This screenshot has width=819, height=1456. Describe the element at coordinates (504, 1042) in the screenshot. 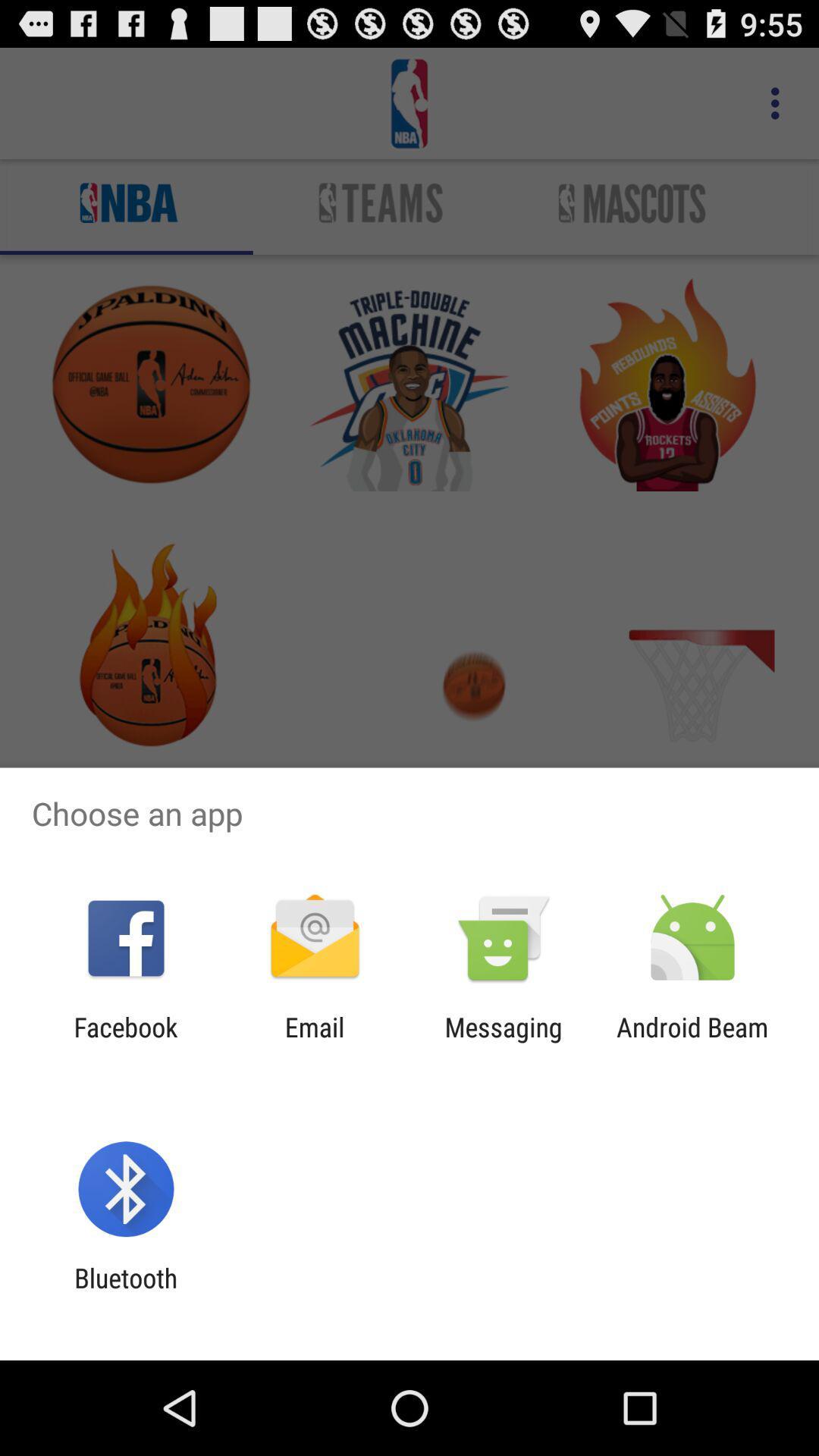

I see `the messaging item` at that location.